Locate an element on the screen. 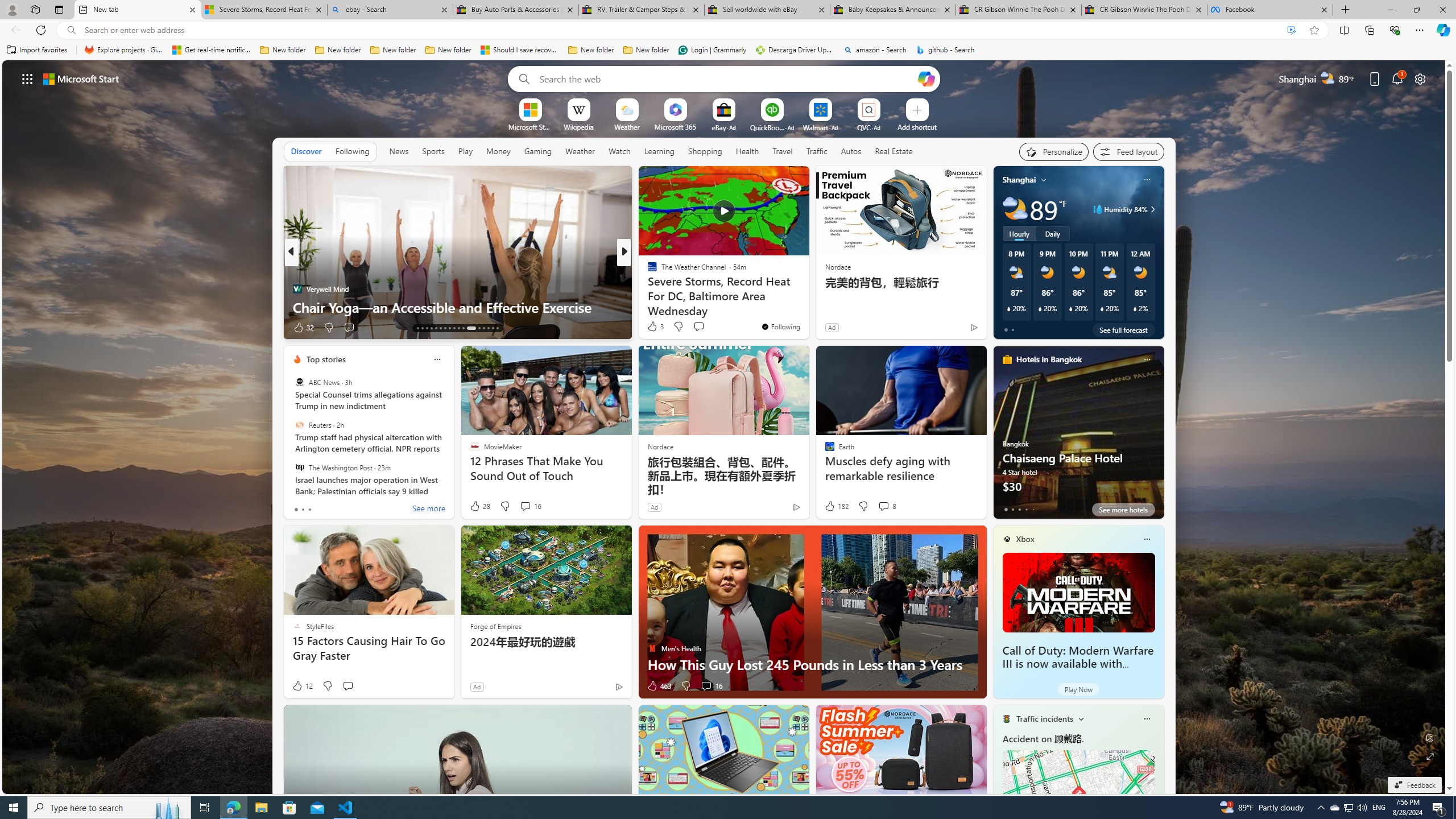 Image resolution: width=1456 pixels, height=819 pixels. 'AutomationID: tab-17' is located at coordinates (436, 328).